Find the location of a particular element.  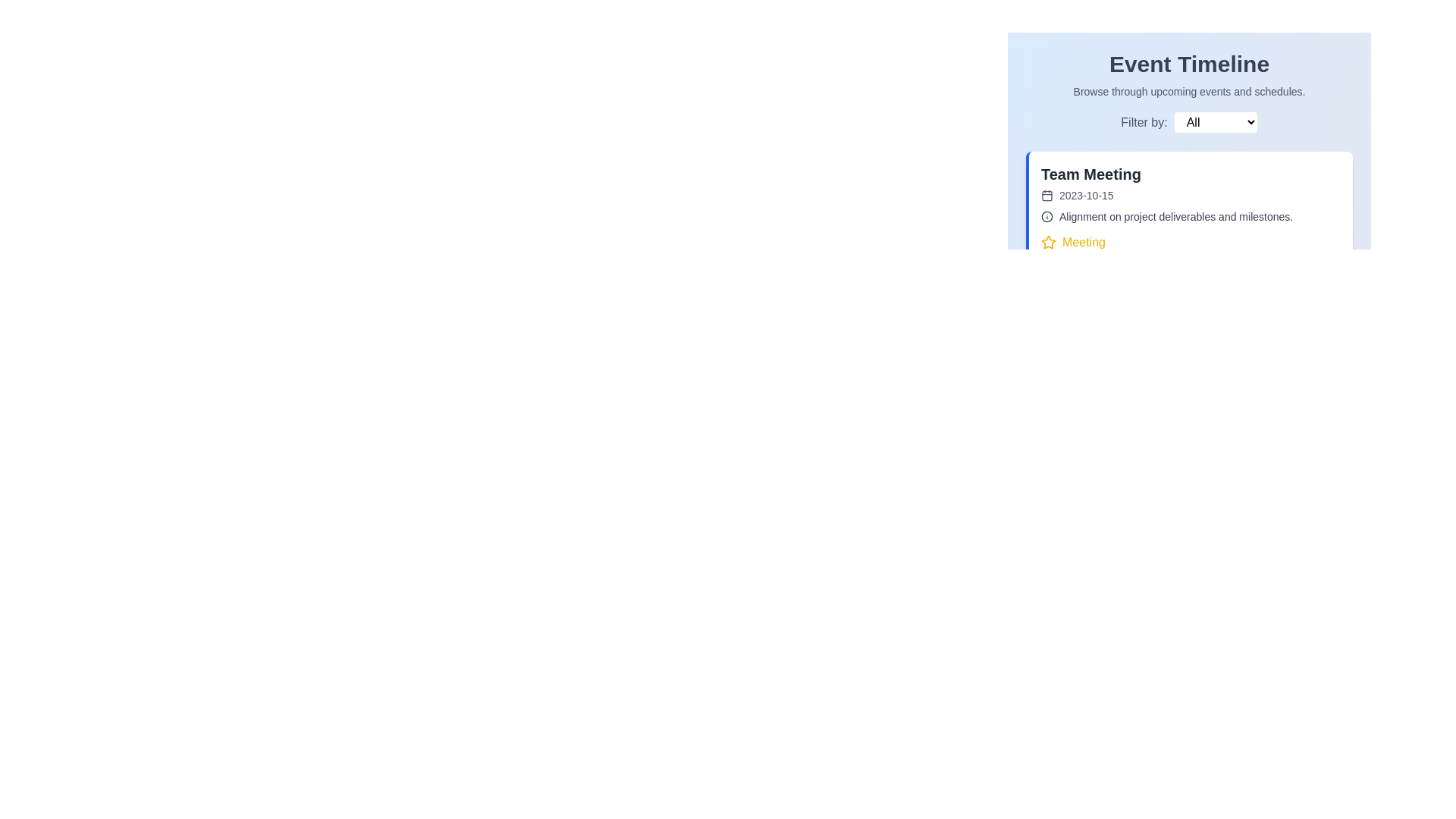

the text label reading 'Team Meeting', which is styled in bold with a larger font size, located at the top-left of a card-like structure is located at coordinates (1090, 174).